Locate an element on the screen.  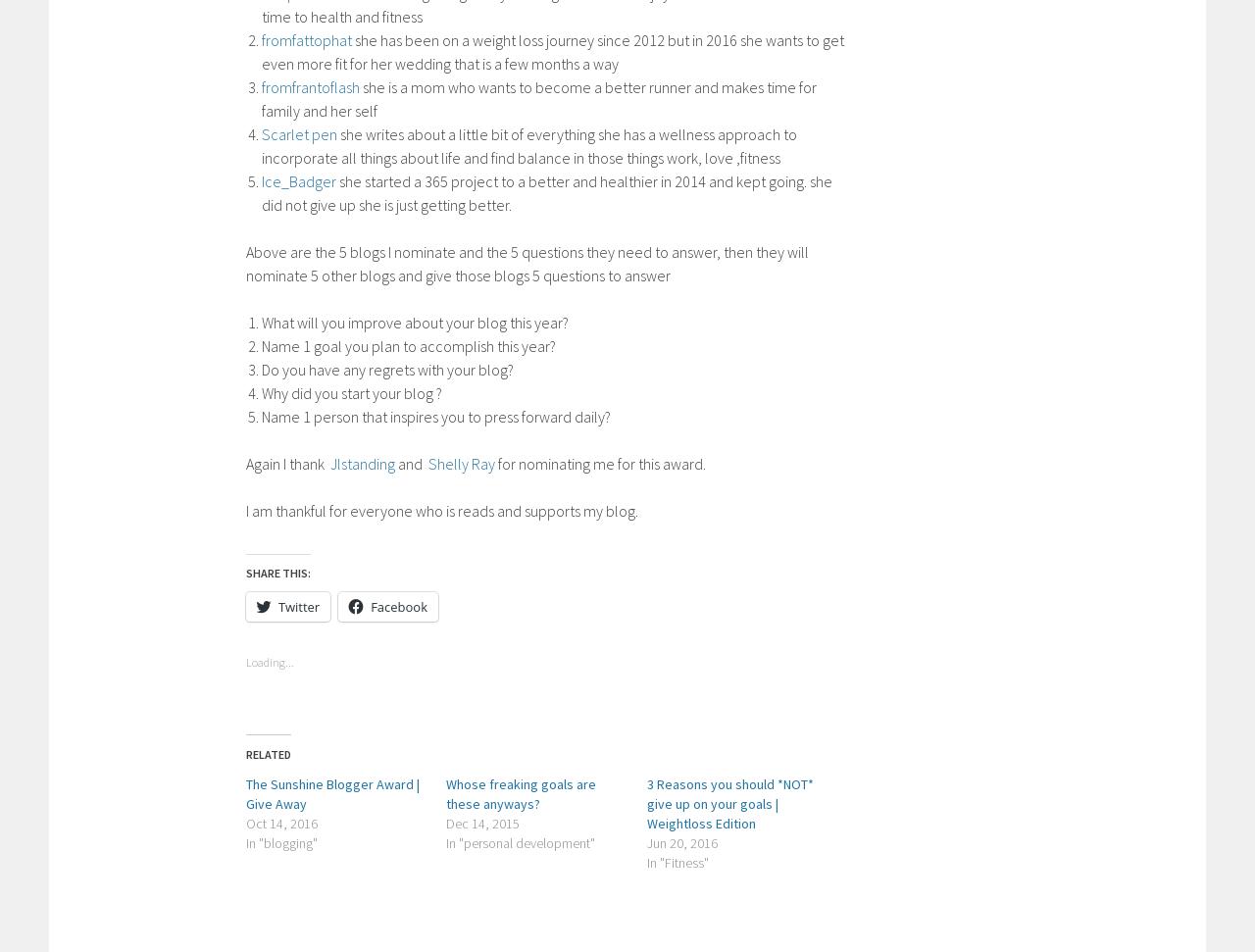
'Name 1 goal you plan to accomplish this year?' is located at coordinates (408, 344).